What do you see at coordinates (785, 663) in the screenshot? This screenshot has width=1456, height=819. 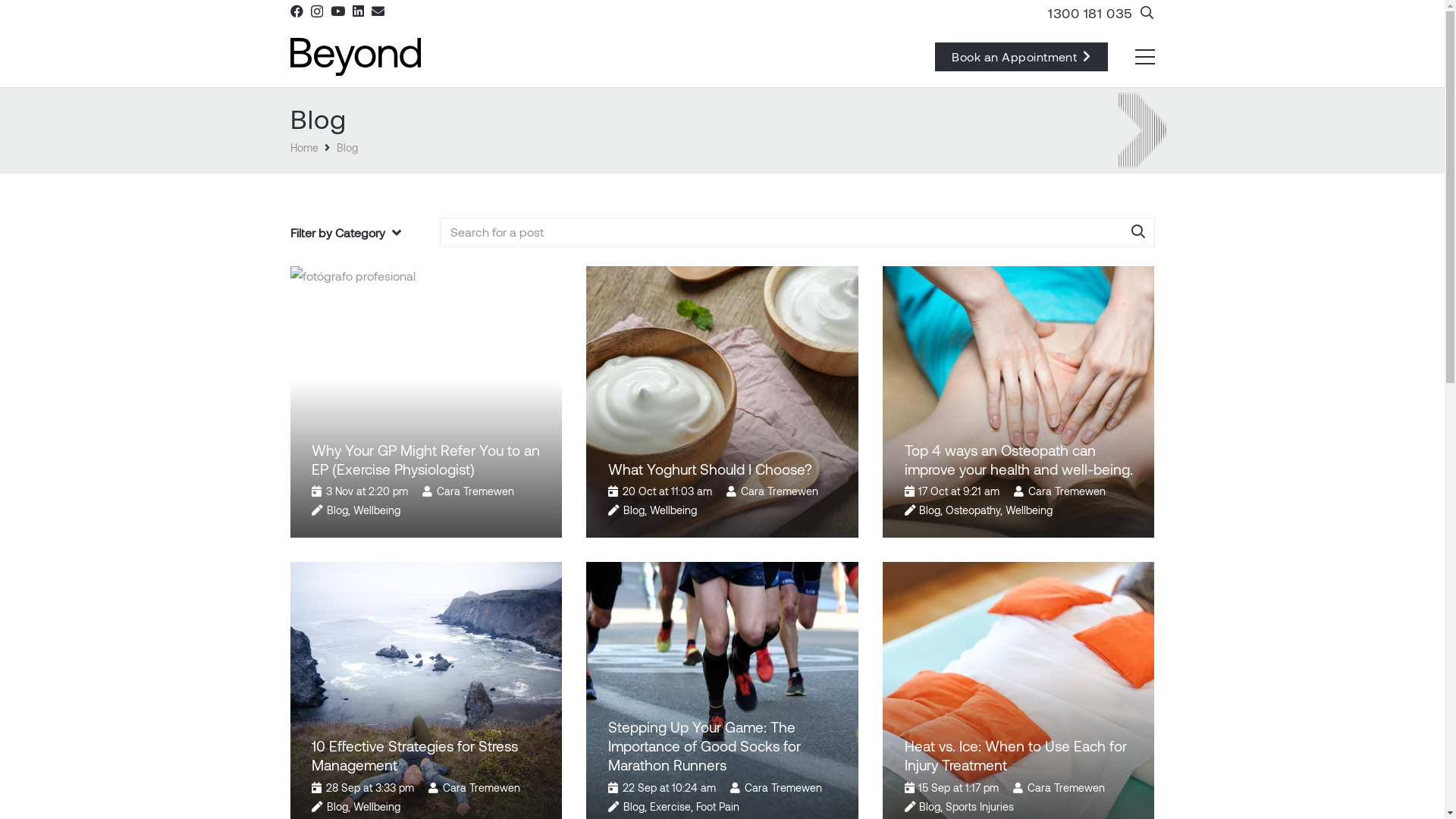 I see `'Instagram'` at bounding box center [785, 663].